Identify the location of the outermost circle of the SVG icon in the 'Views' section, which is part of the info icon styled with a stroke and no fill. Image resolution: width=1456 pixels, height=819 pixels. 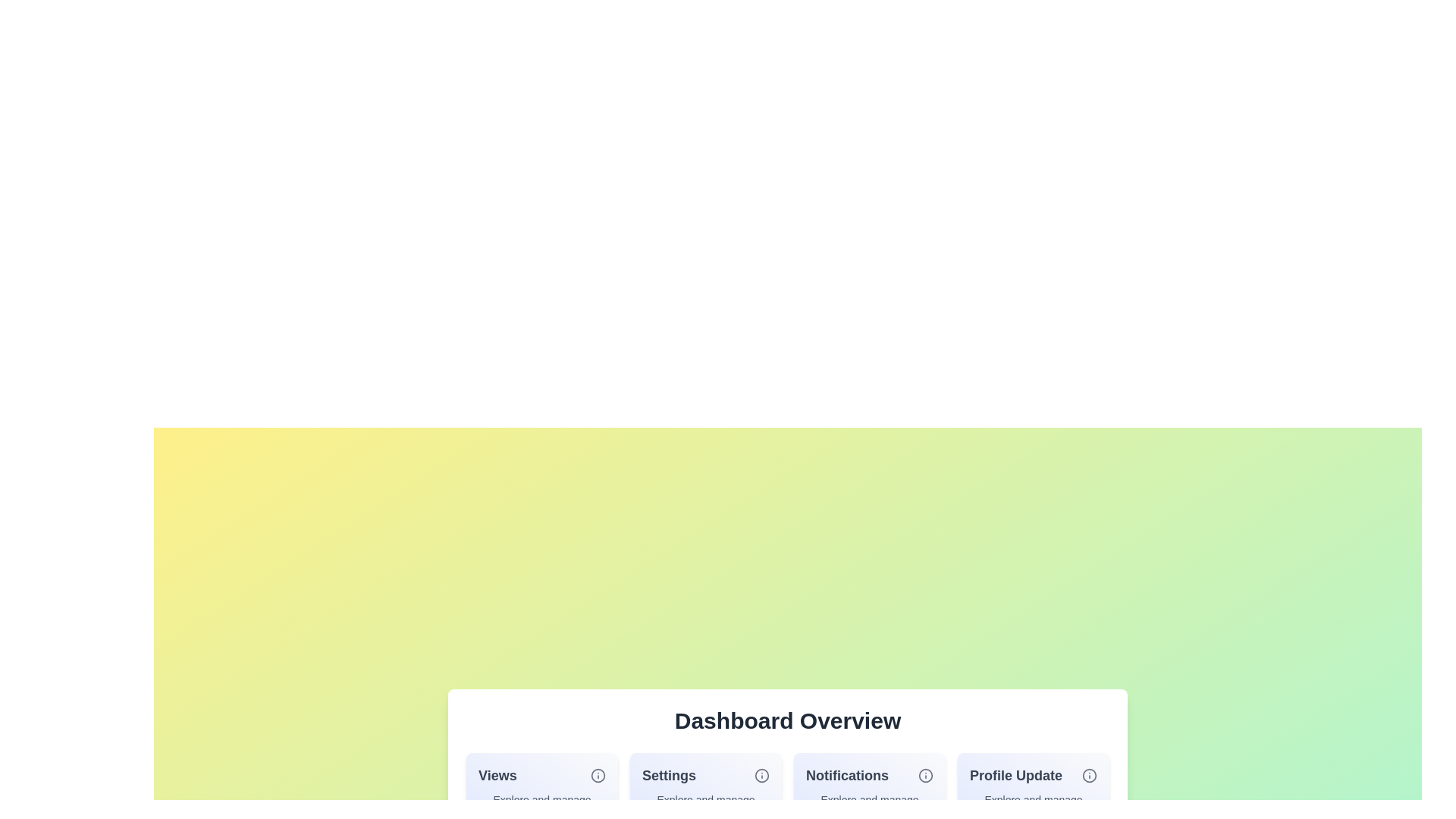
(597, 775).